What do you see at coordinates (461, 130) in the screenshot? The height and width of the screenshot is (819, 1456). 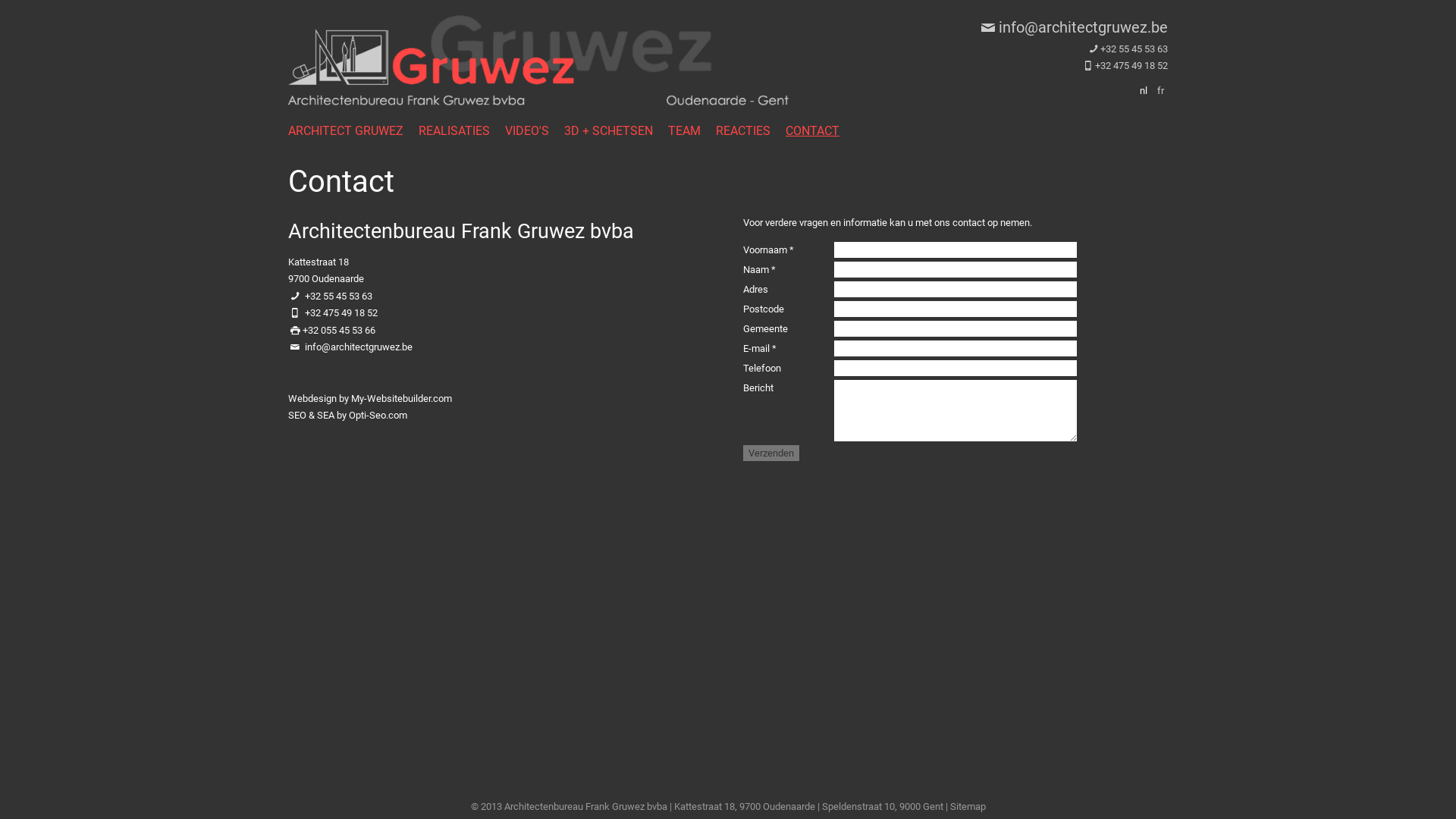 I see `'REALISATIES'` at bounding box center [461, 130].